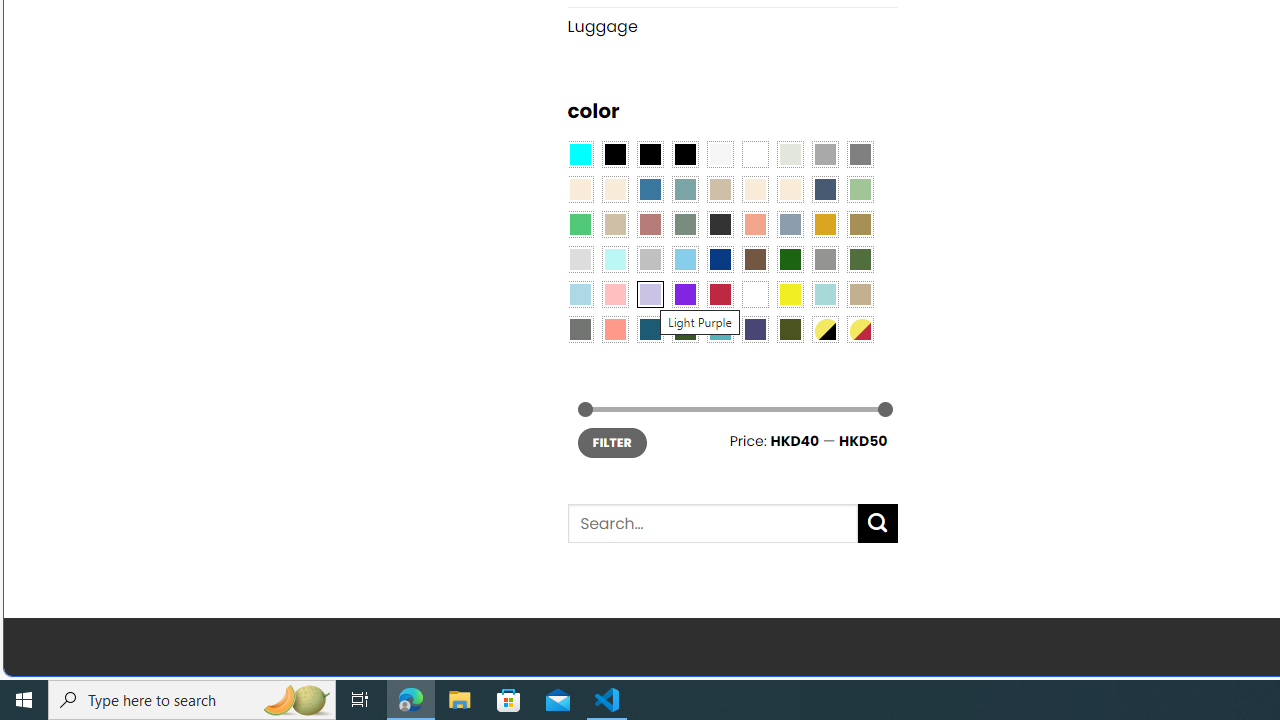  Describe the element at coordinates (788, 258) in the screenshot. I see `'Dark Green'` at that location.